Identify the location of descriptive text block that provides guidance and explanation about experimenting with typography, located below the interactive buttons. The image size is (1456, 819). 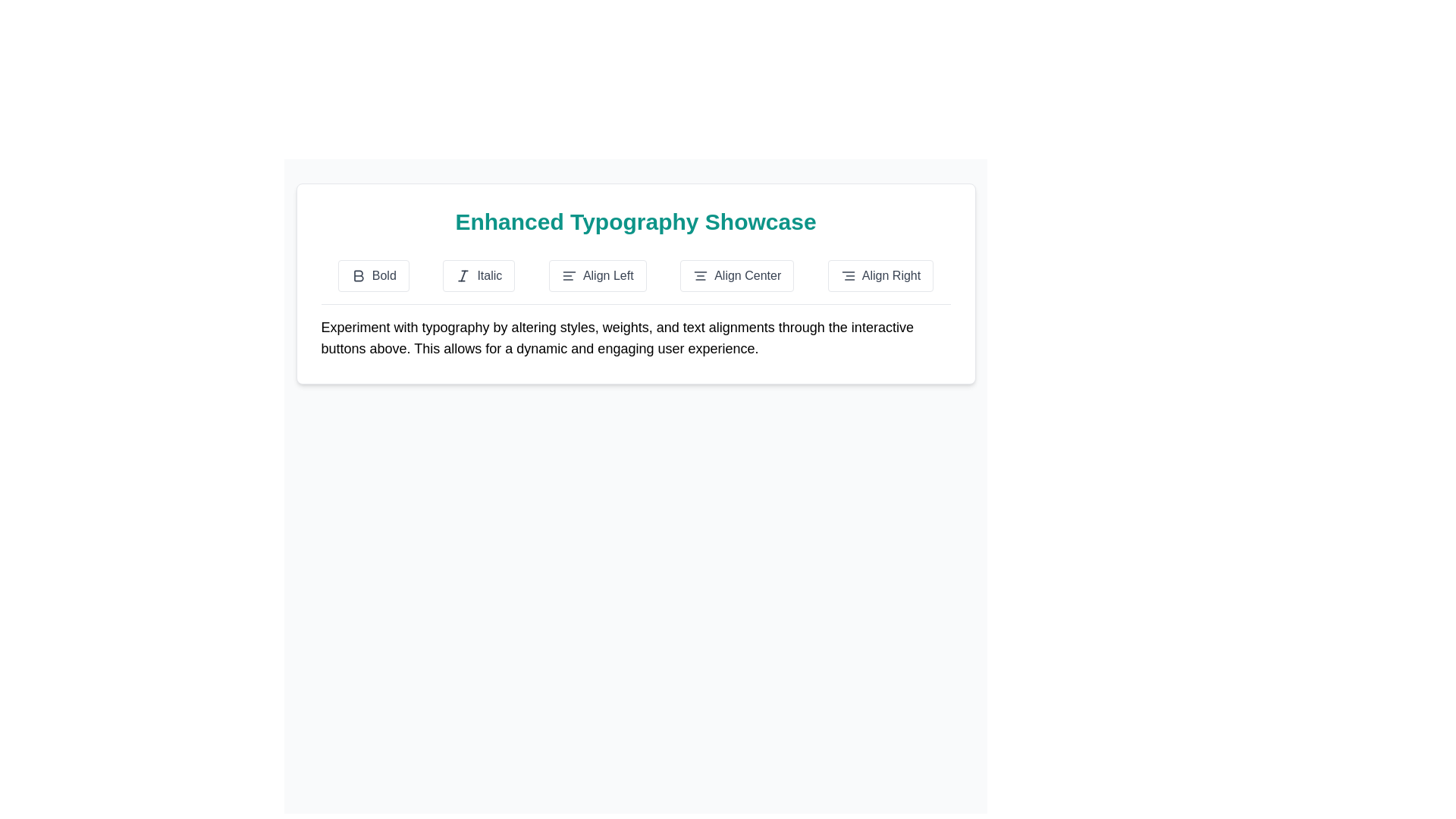
(635, 337).